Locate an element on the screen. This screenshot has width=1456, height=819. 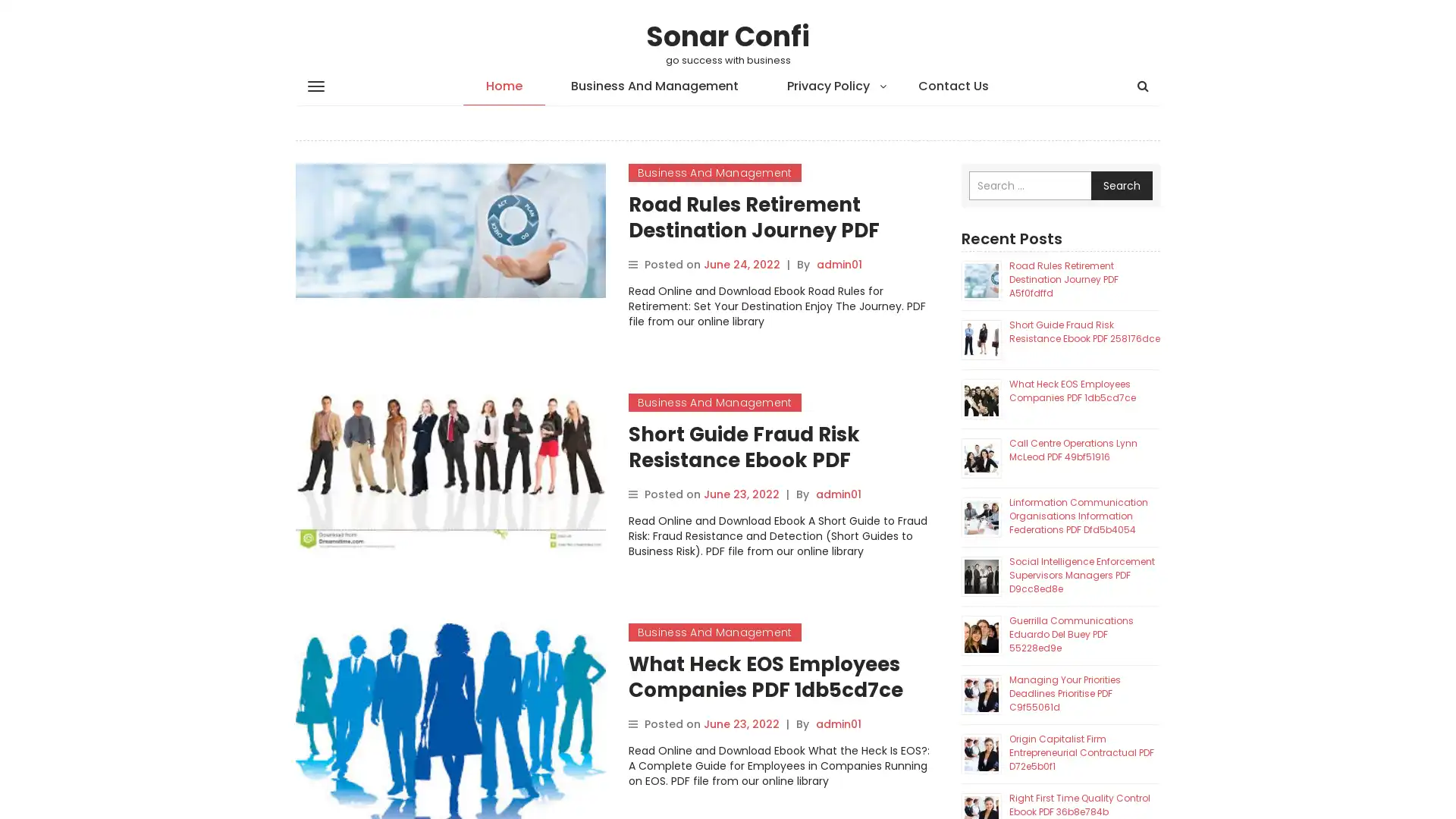
Search is located at coordinates (1122, 185).